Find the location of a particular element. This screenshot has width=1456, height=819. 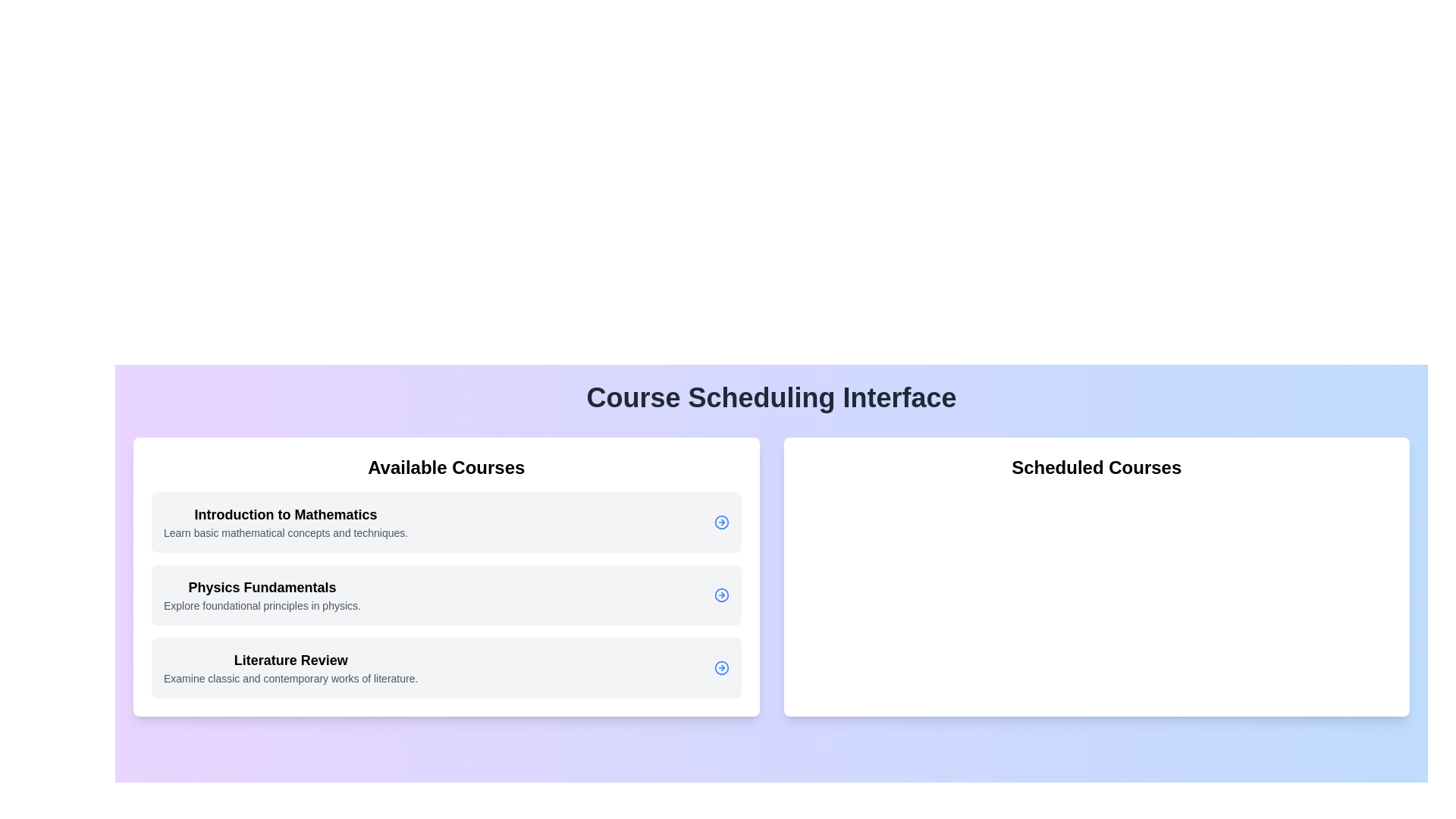

section title text indicating the purpose of the 'Scheduled Courses' section, which is located at the top of the right-hand section of the interface is located at coordinates (1097, 467).